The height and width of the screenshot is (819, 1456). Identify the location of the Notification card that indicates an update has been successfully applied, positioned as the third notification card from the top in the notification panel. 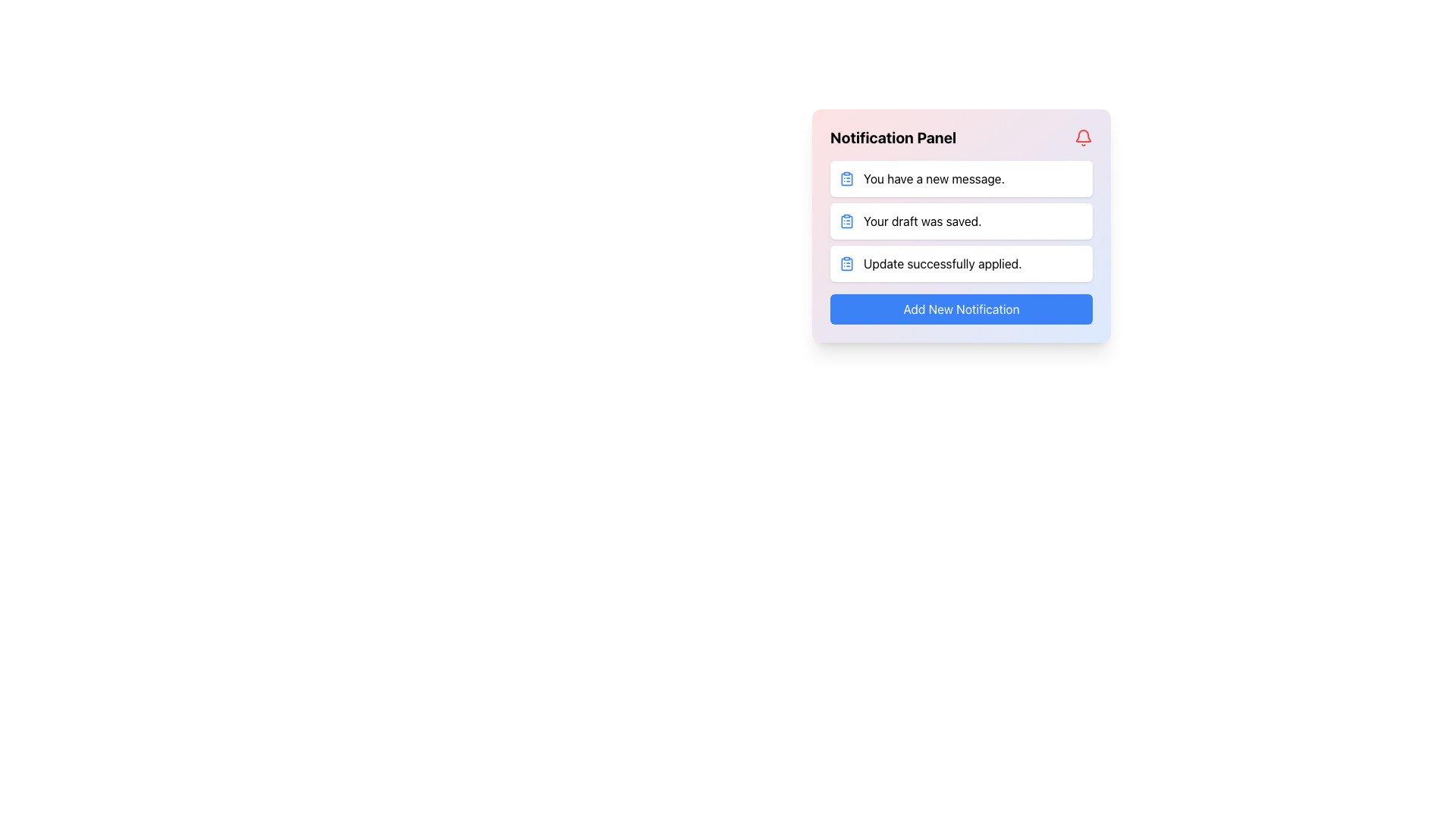
(960, 262).